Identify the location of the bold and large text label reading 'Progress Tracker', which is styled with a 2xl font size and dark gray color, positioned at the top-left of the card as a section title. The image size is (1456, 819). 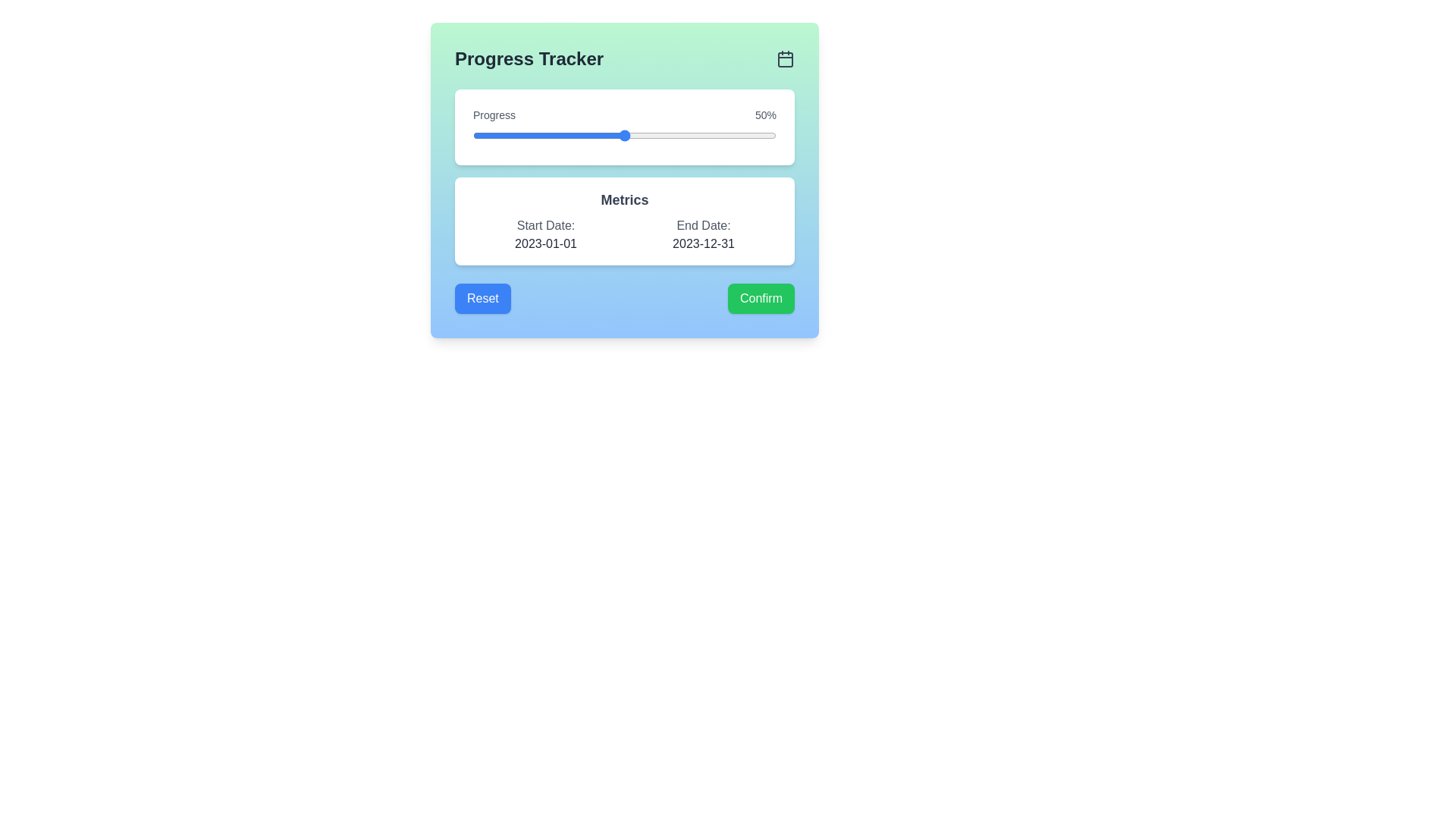
(529, 58).